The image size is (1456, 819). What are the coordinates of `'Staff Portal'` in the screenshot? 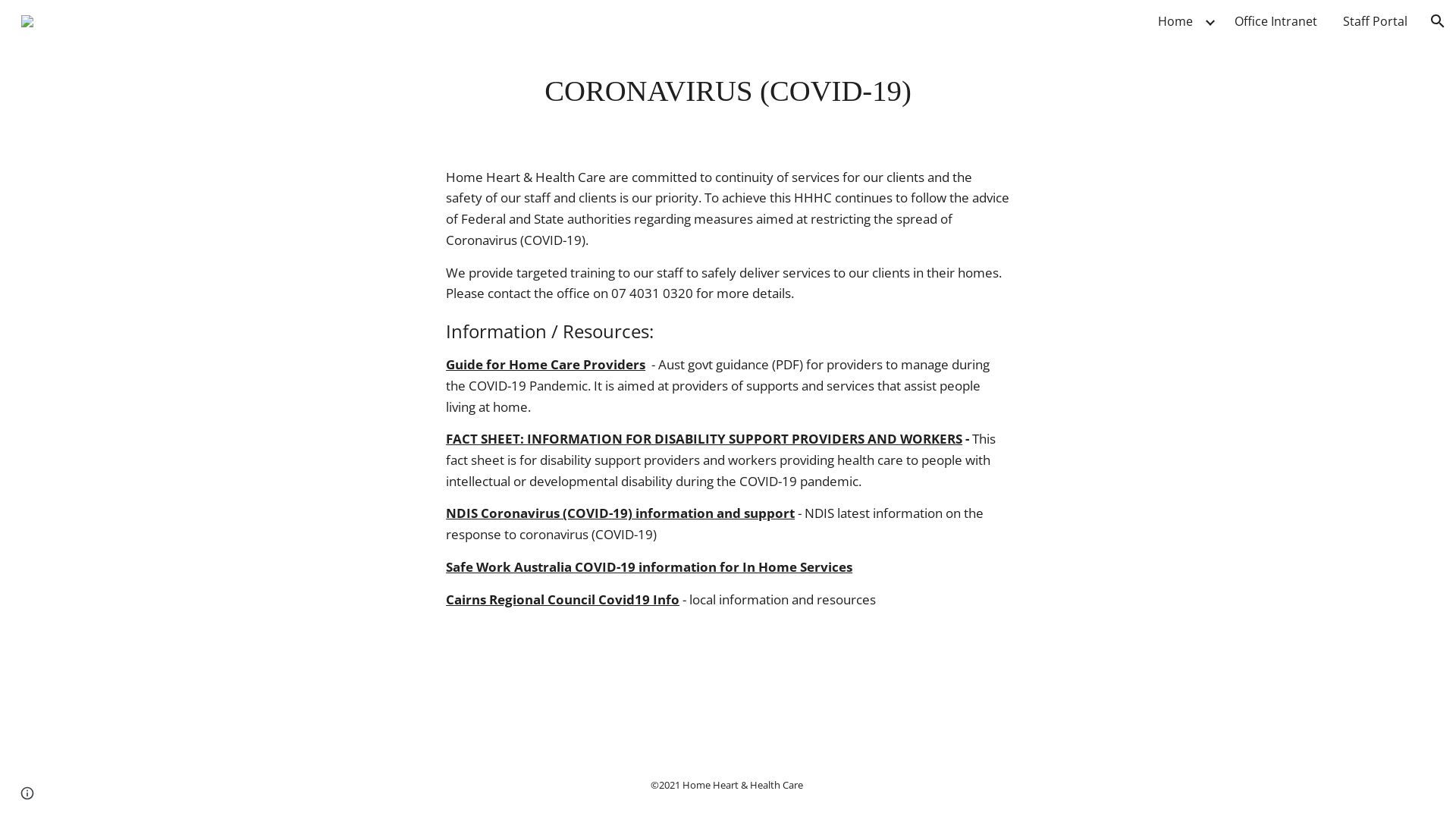 It's located at (1375, 20).